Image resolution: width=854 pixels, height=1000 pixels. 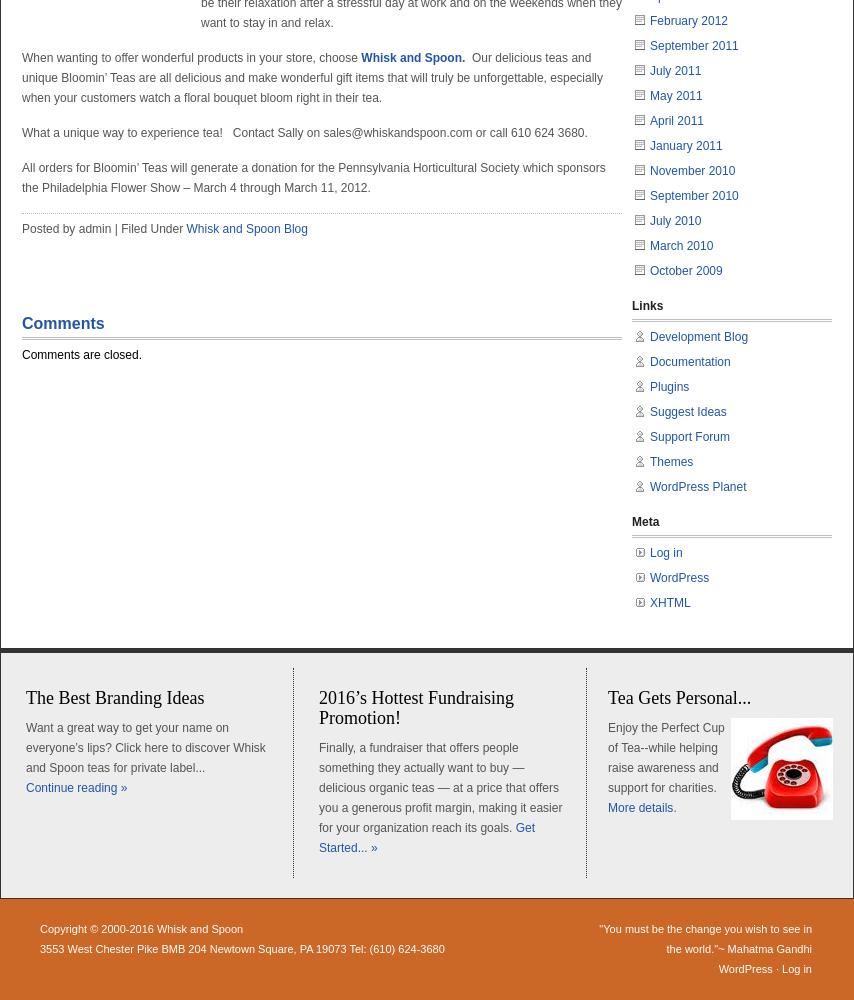 I want to click on 'October 2009', so click(x=685, y=271).